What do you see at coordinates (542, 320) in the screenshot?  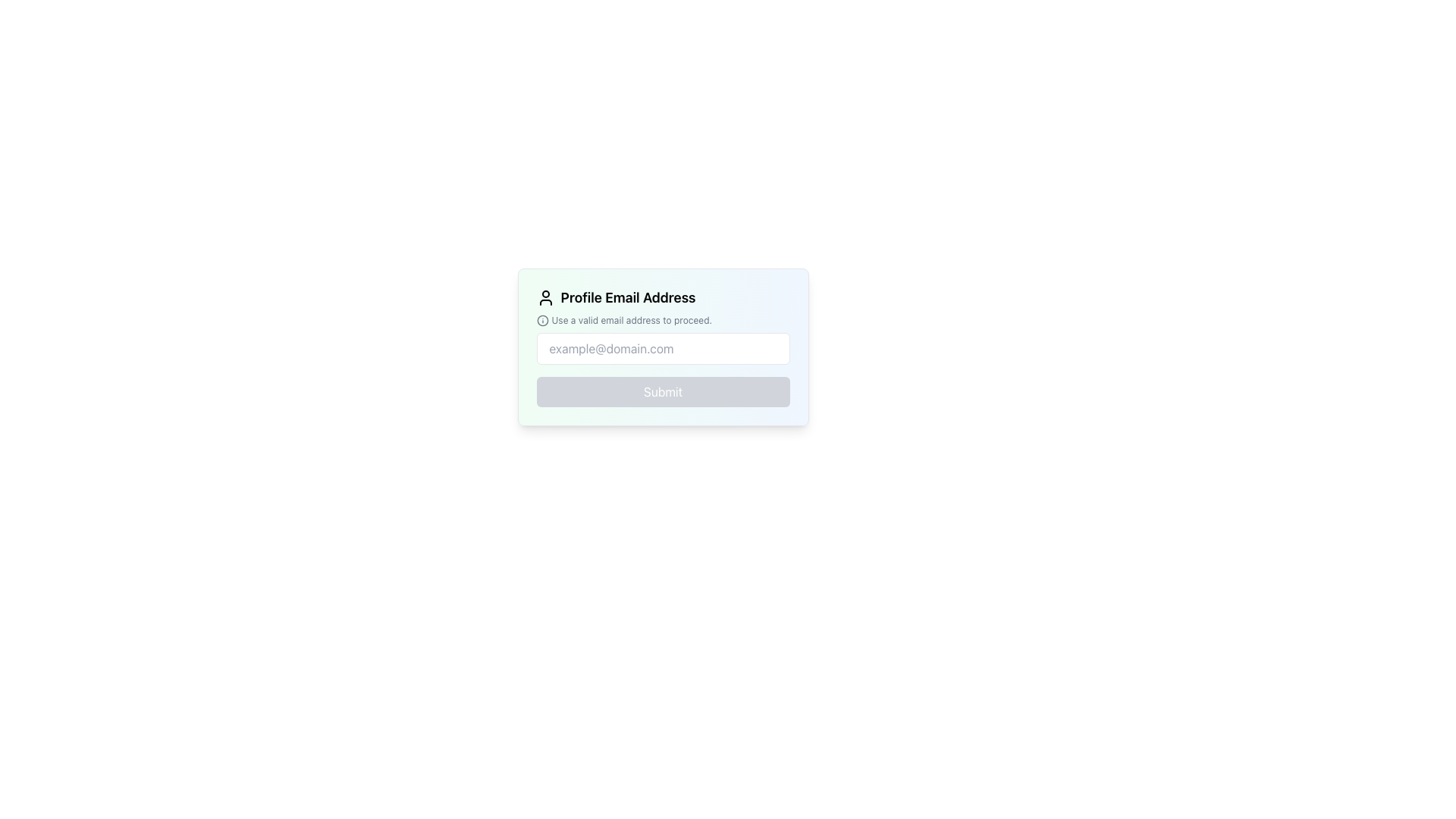 I see `the information icon that precedes the text 'Use a valid email address to proceed' to reveal additional details` at bounding box center [542, 320].